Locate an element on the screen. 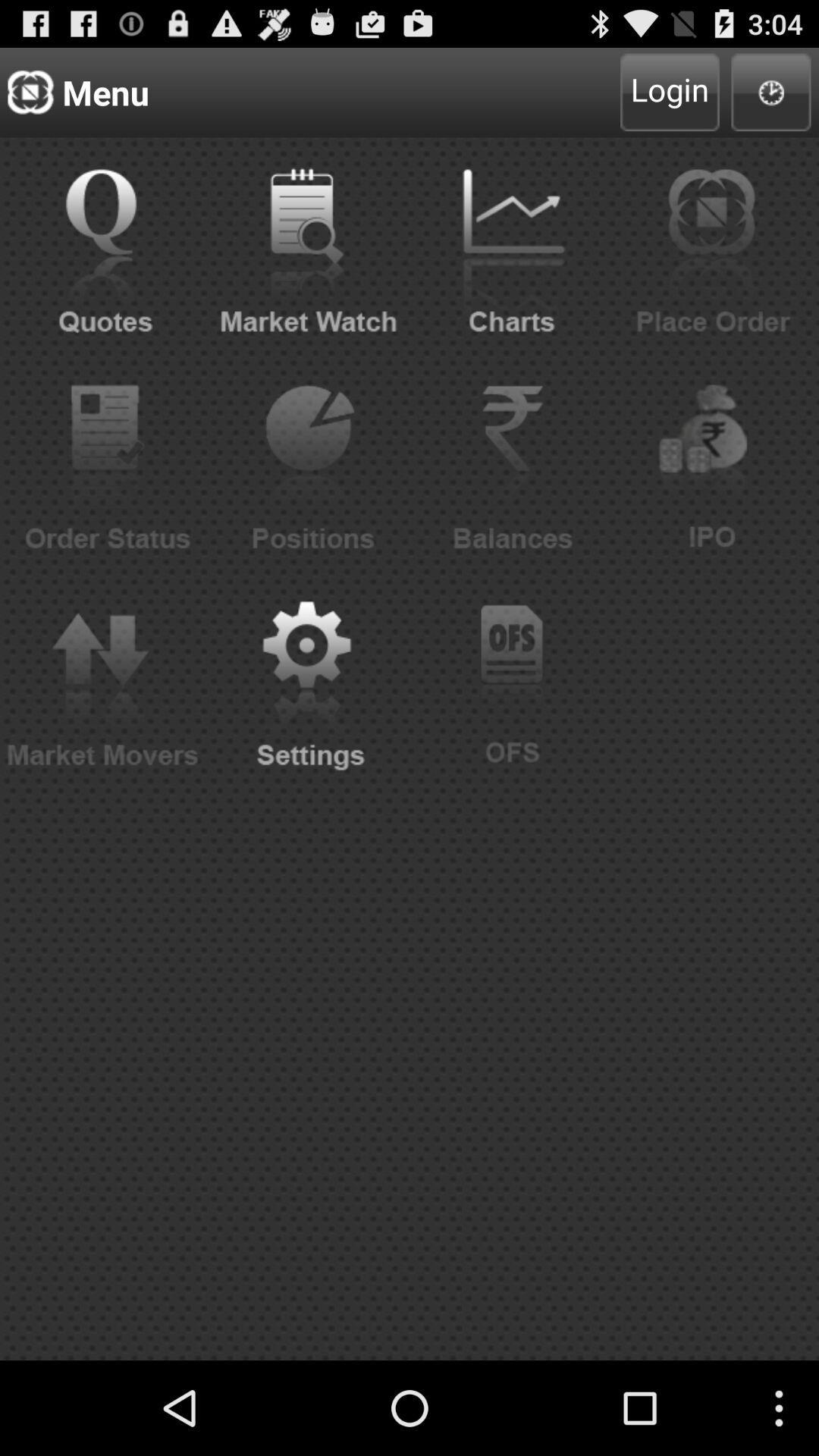  analog time is located at coordinates (771, 91).